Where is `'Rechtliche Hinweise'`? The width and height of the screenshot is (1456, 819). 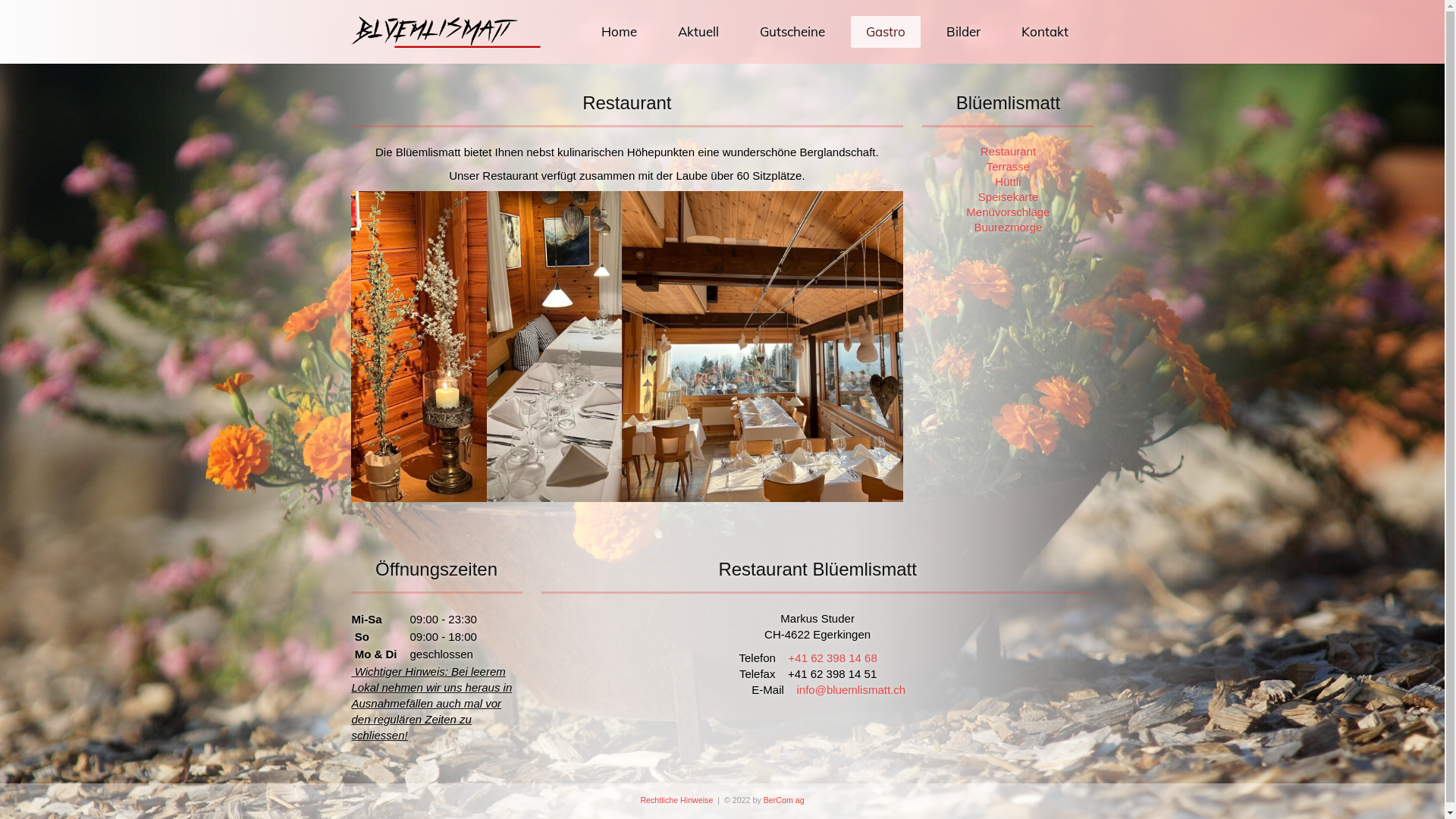 'Rechtliche Hinweise' is located at coordinates (676, 799).